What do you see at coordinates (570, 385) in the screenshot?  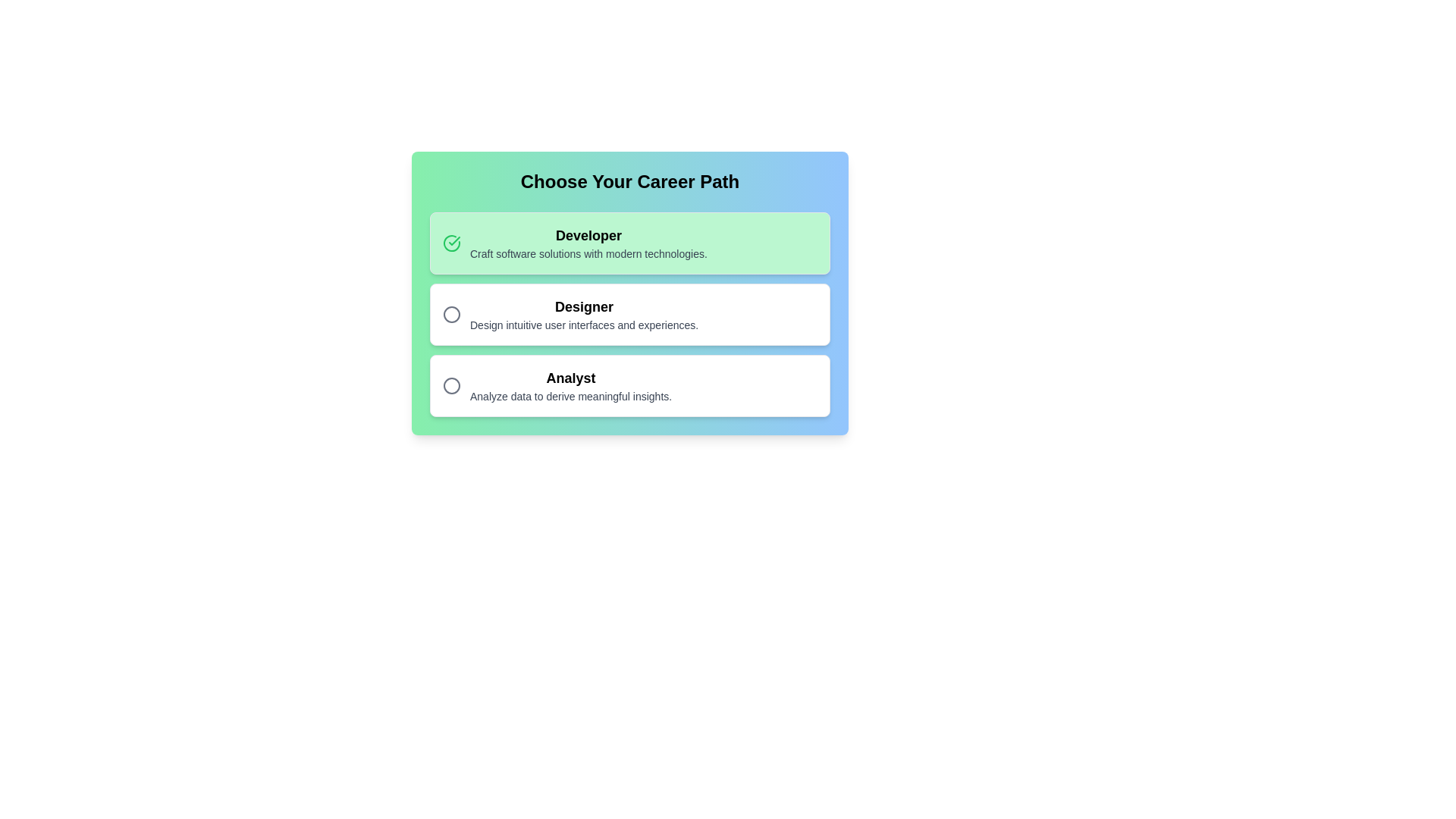 I see `the text block in the third card that displays the title 'Analyst' and the subtitle 'Analyze data to derive meaningful insights.'` at bounding box center [570, 385].